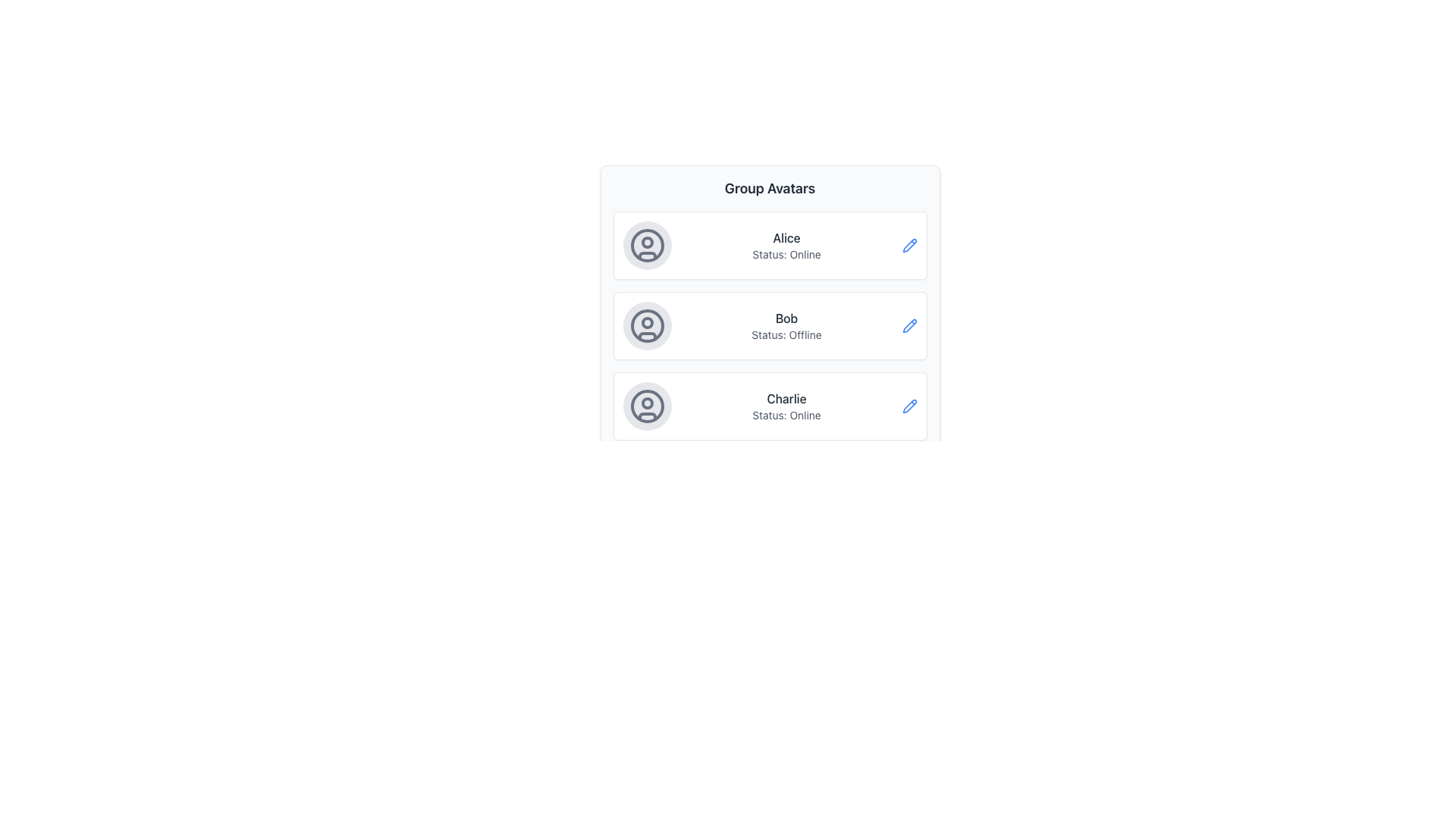  I want to click on the Text Display element containing 'Alice' and 'Status: Online', which is located in the first section of a vertical list, adjacent to an avatar icon and a pencil icon for editing, so click(786, 245).